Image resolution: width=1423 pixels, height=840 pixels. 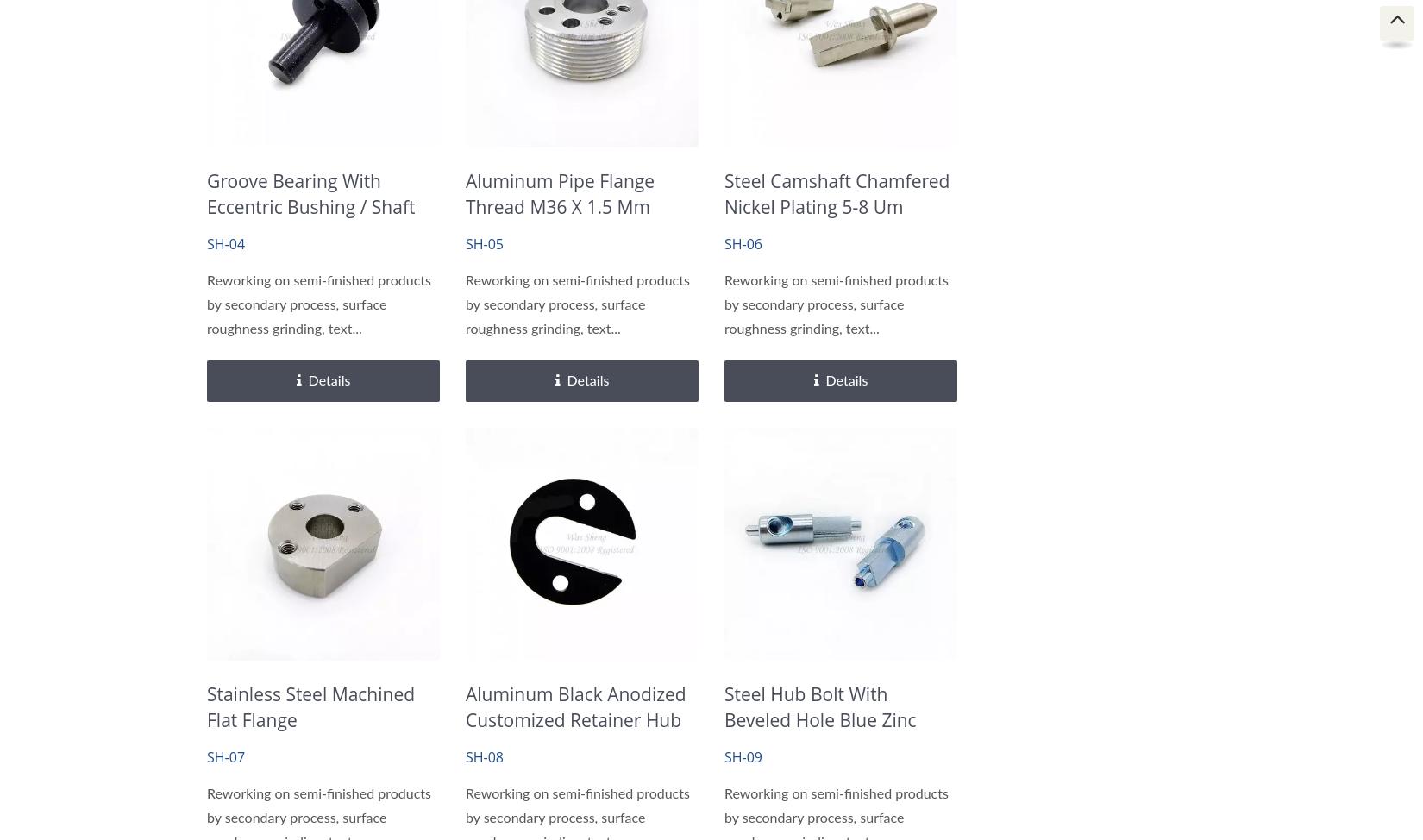 What do you see at coordinates (483, 243) in the screenshot?
I see `'SH-05'` at bounding box center [483, 243].